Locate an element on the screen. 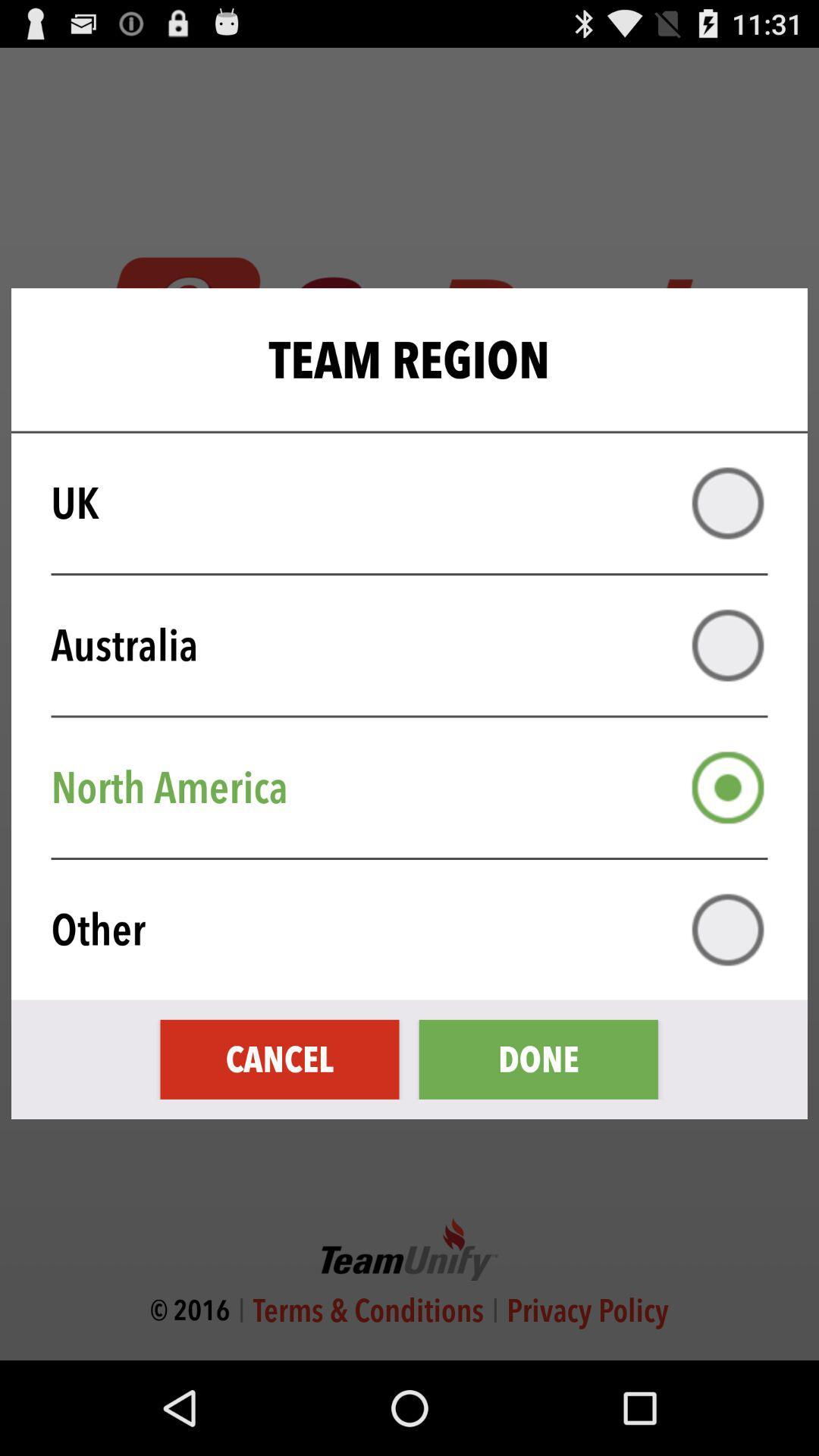 This screenshot has height=1456, width=819. other item is located at coordinates (419, 929).